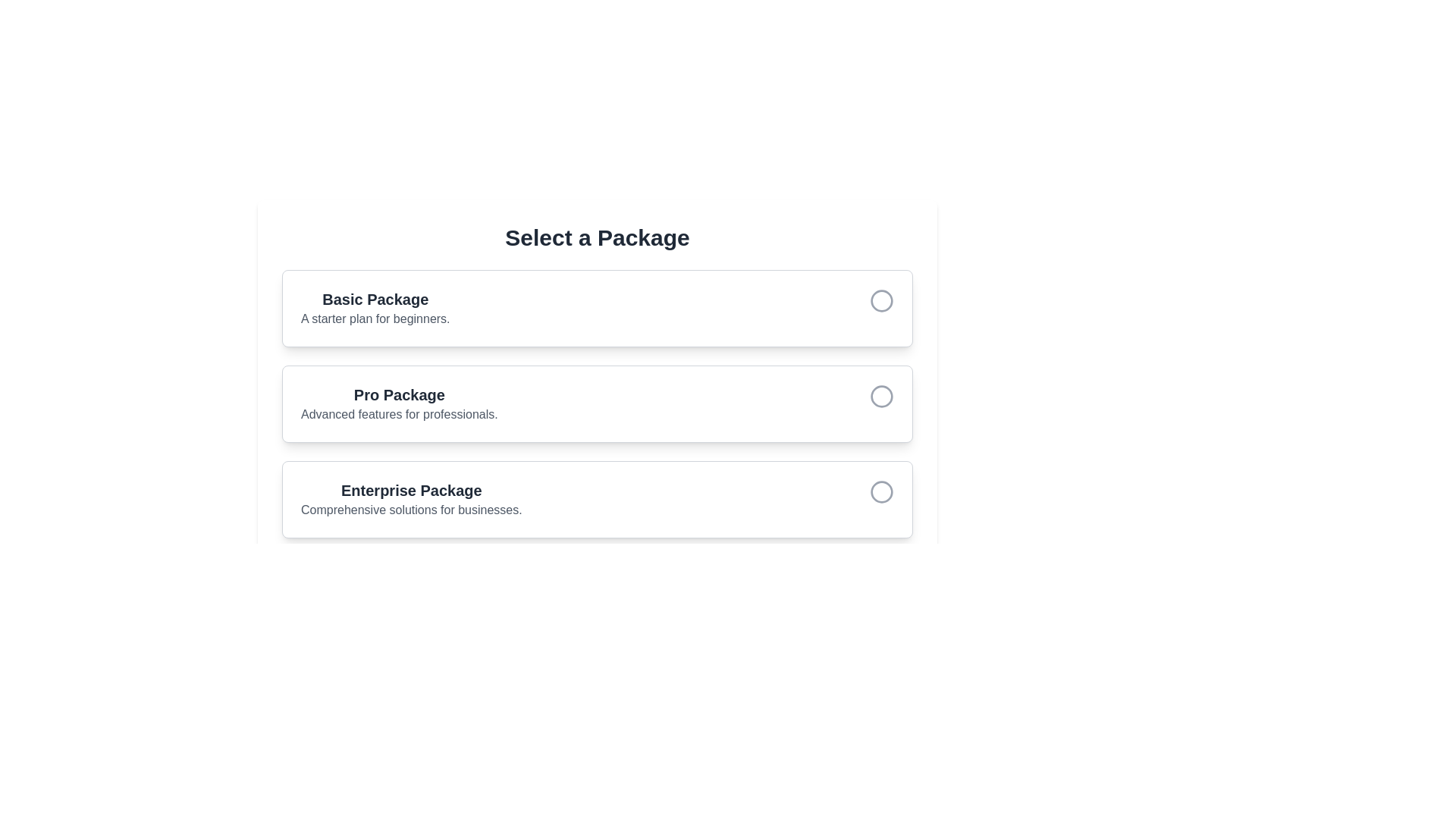  Describe the element at coordinates (411, 491) in the screenshot. I see `the Static Text that serves as the title for the 'Enterprise Package', which is positioned above the description text in the third package option section` at that location.